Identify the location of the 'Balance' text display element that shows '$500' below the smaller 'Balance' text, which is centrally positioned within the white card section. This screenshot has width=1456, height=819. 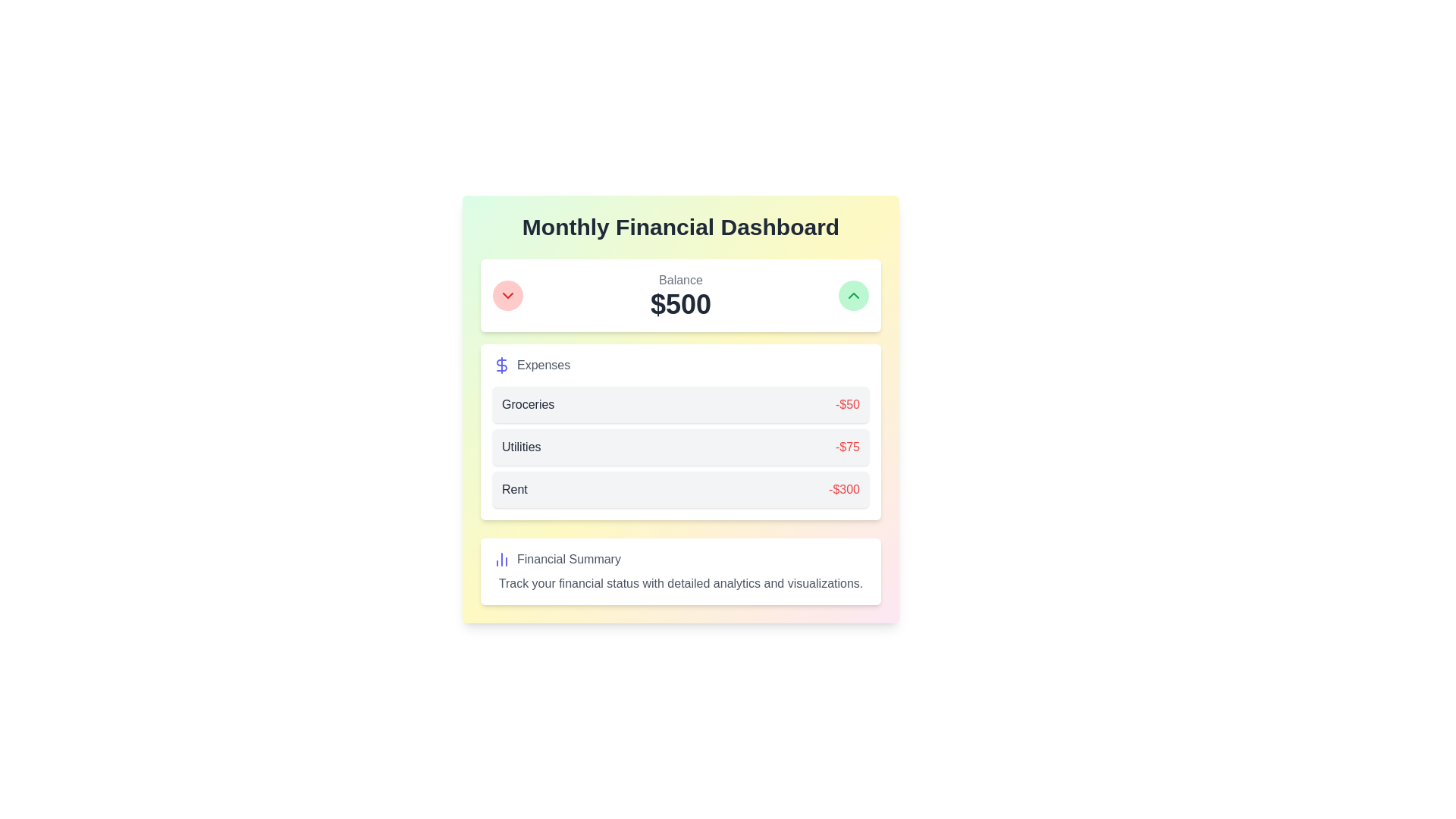
(679, 295).